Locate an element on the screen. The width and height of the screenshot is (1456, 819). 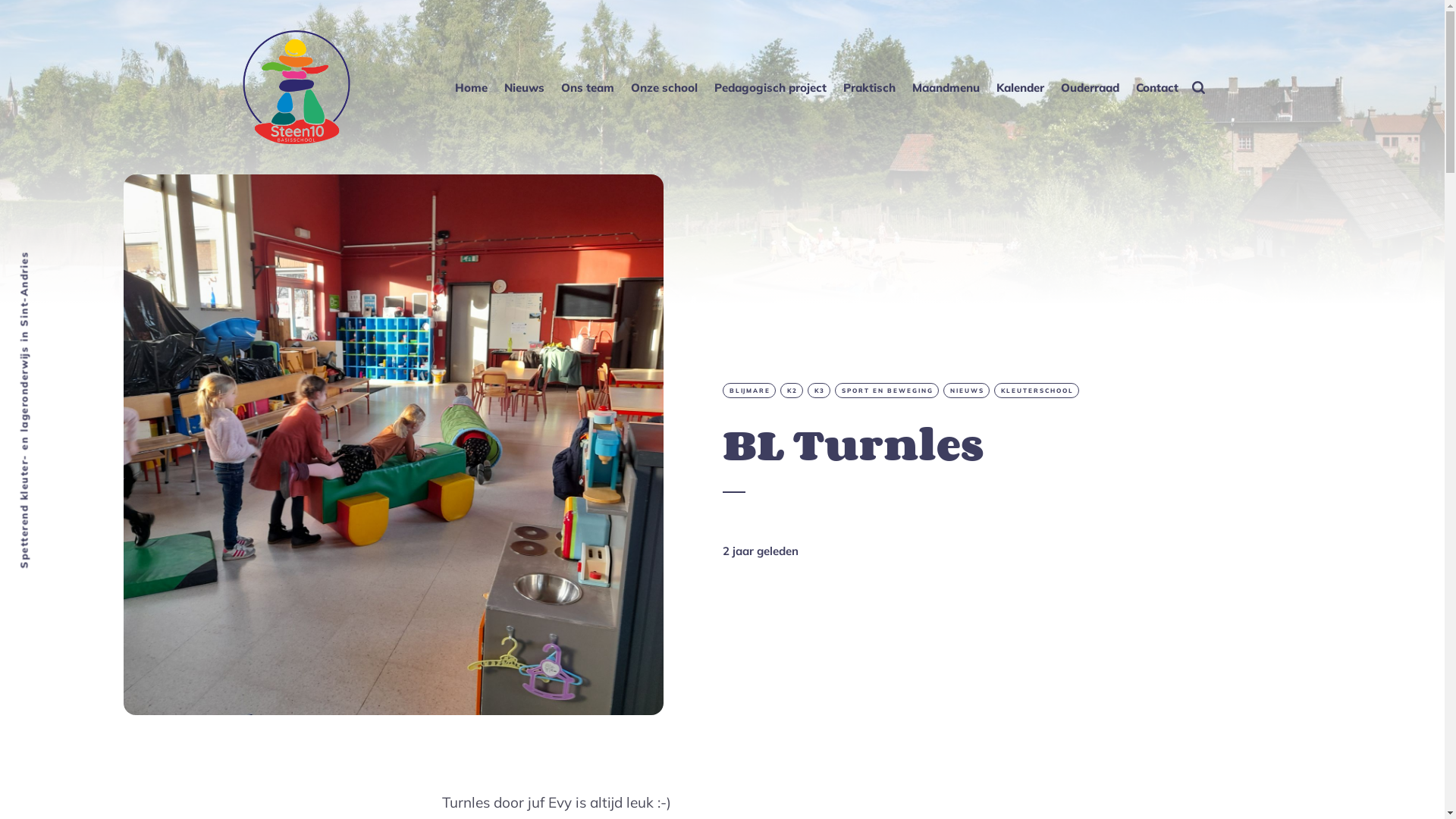
'Home' is located at coordinates (453, 86).